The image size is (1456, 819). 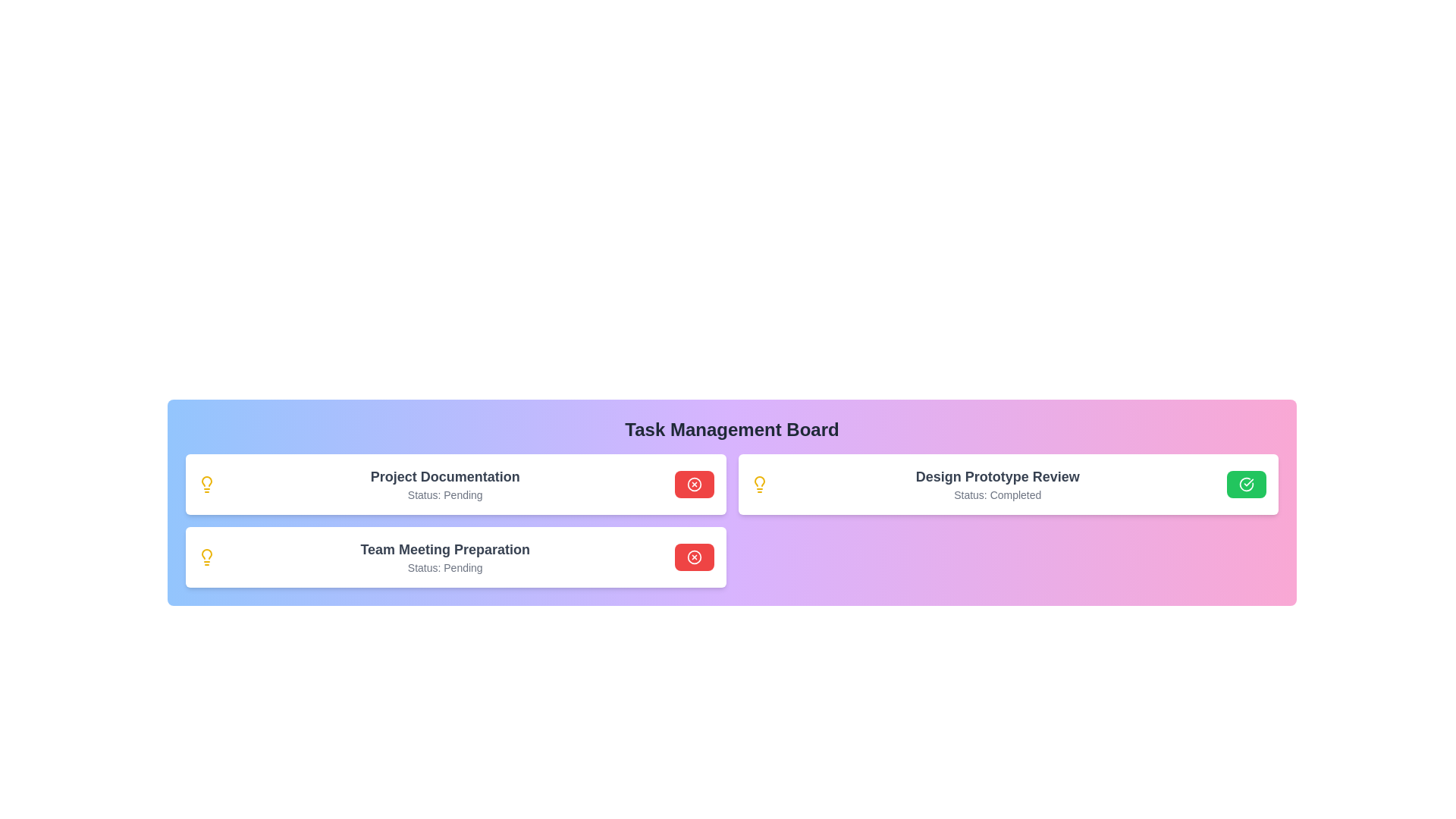 I want to click on the header area labeled 'Task Management Board' to engage with it, so click(x=732, y=430).